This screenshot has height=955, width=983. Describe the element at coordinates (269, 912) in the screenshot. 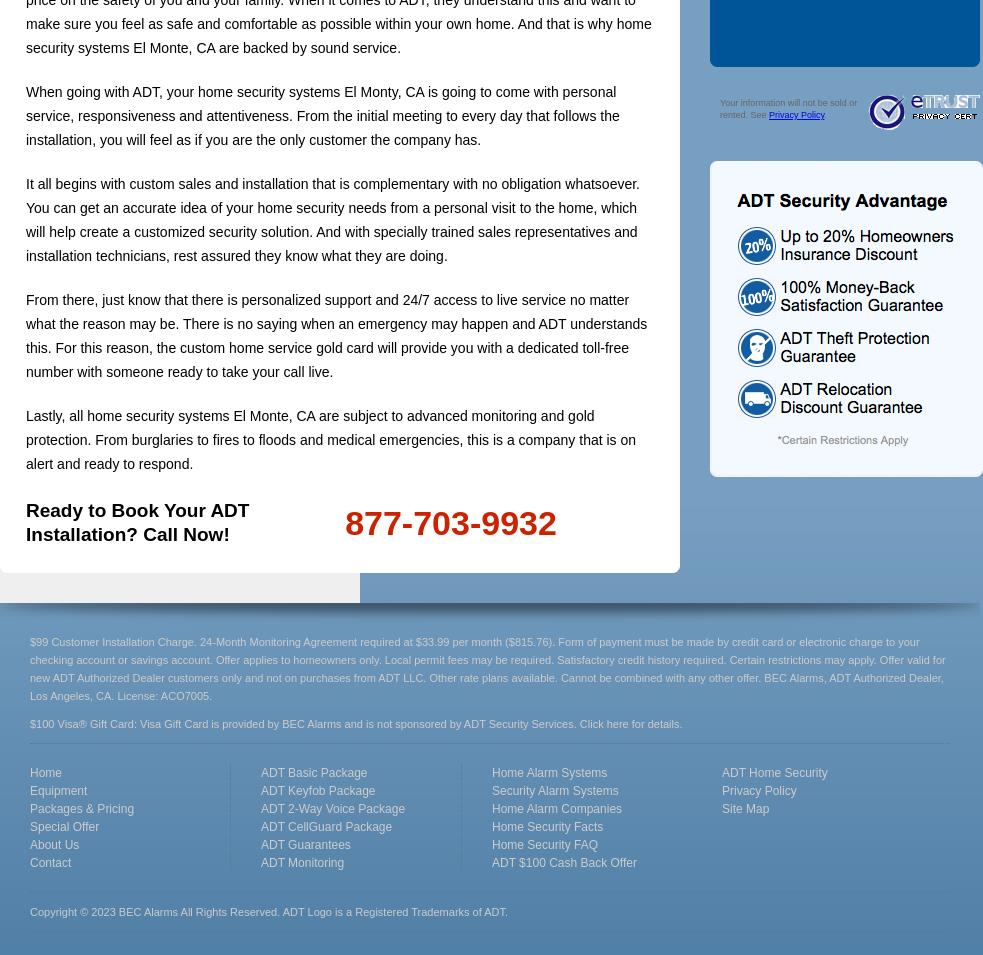

I see `'Copyright © 2023 BEC Alarms All Rights Reserved. ADT Logo is a Registered Trademarks of ADT.'` at that location.